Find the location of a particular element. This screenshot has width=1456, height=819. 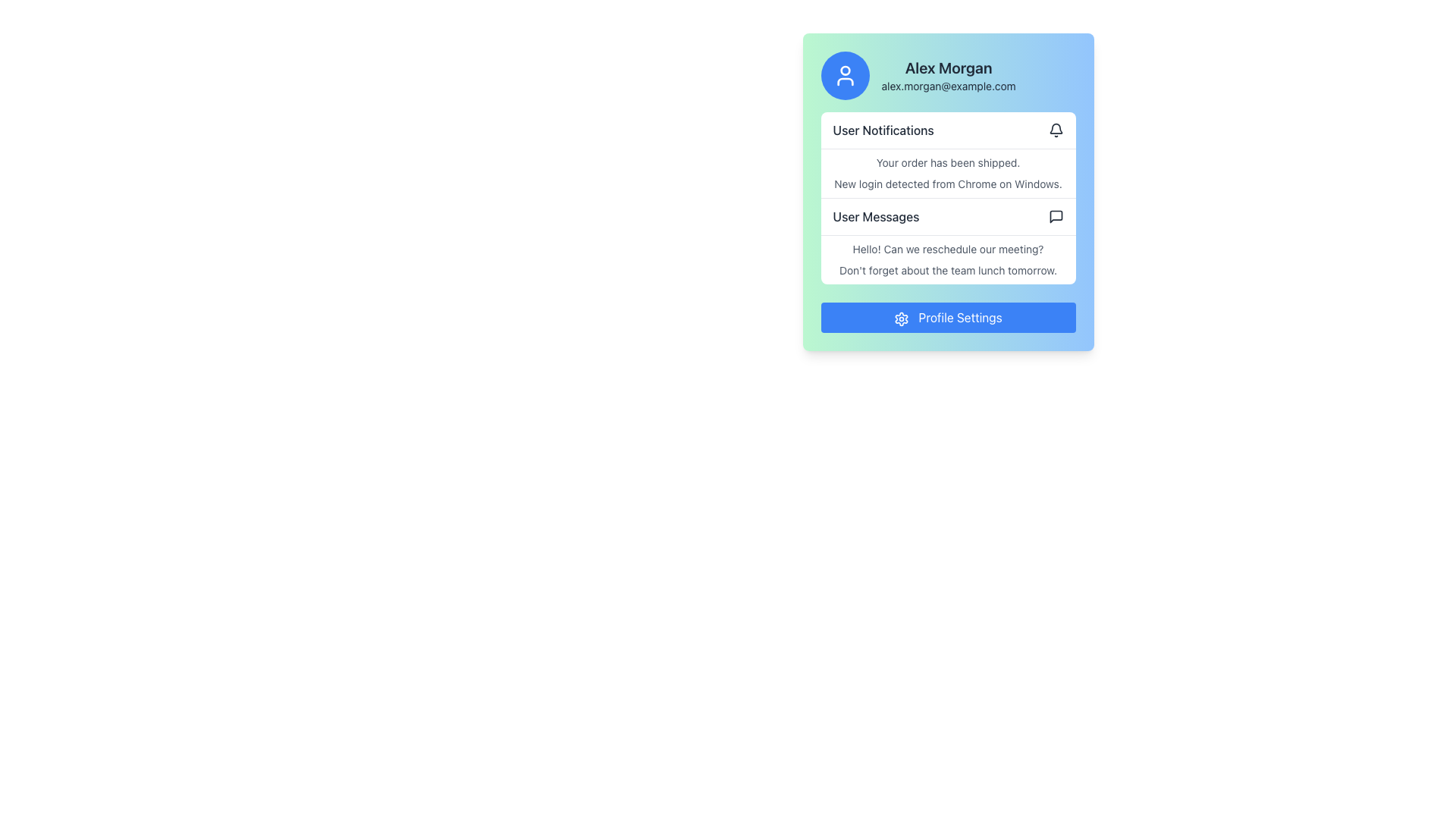

the static text field containing the messages 'Hello! Can we reschedule our meeting?' and 'Don't forget about the team lunch tomorrow.' located in the 'User Messages' section, directly beneath 'User Notifications.' is located at coordinates (947, 259).